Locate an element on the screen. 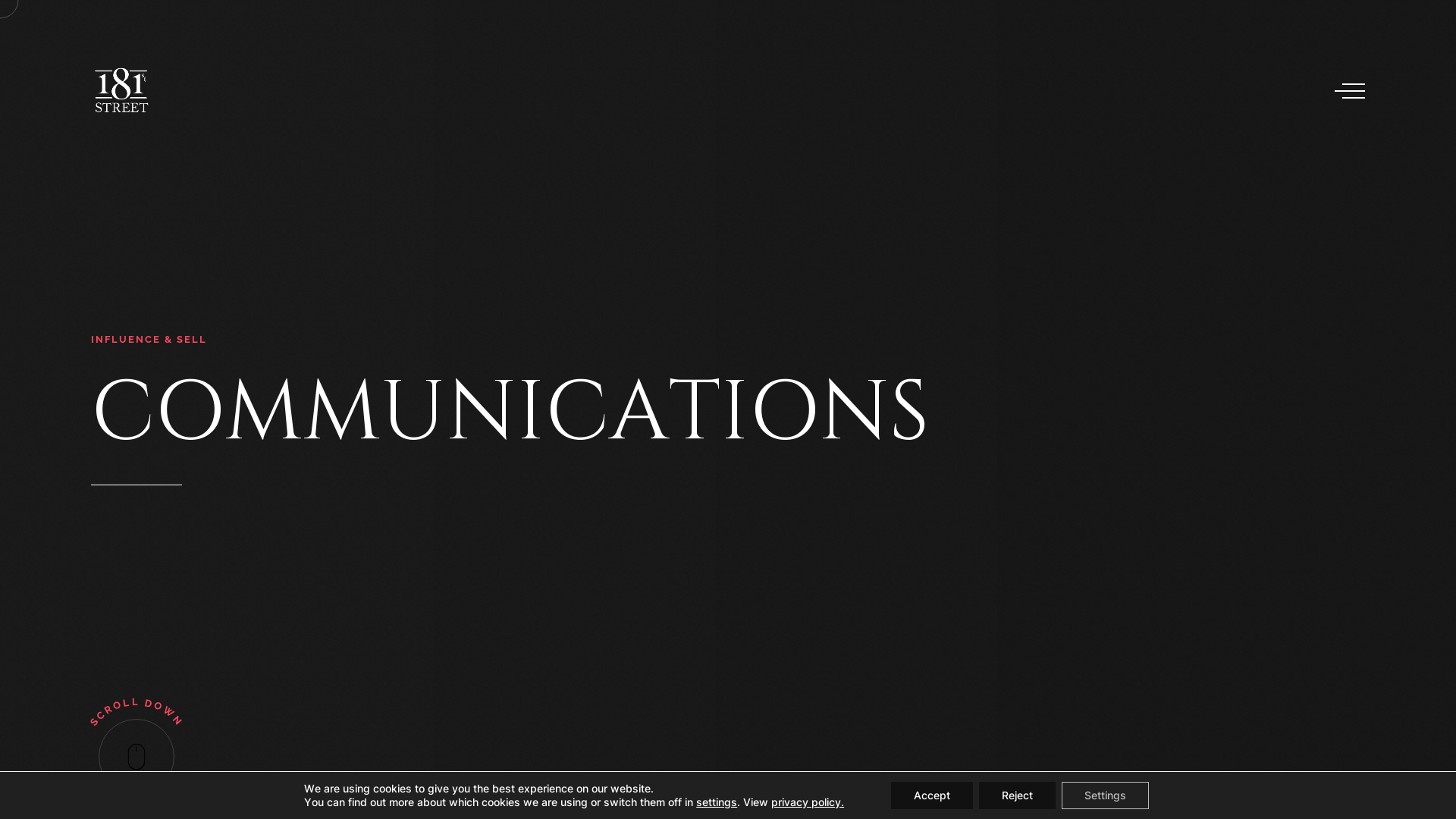  'Reject' is located at coordinates (1017, 795).